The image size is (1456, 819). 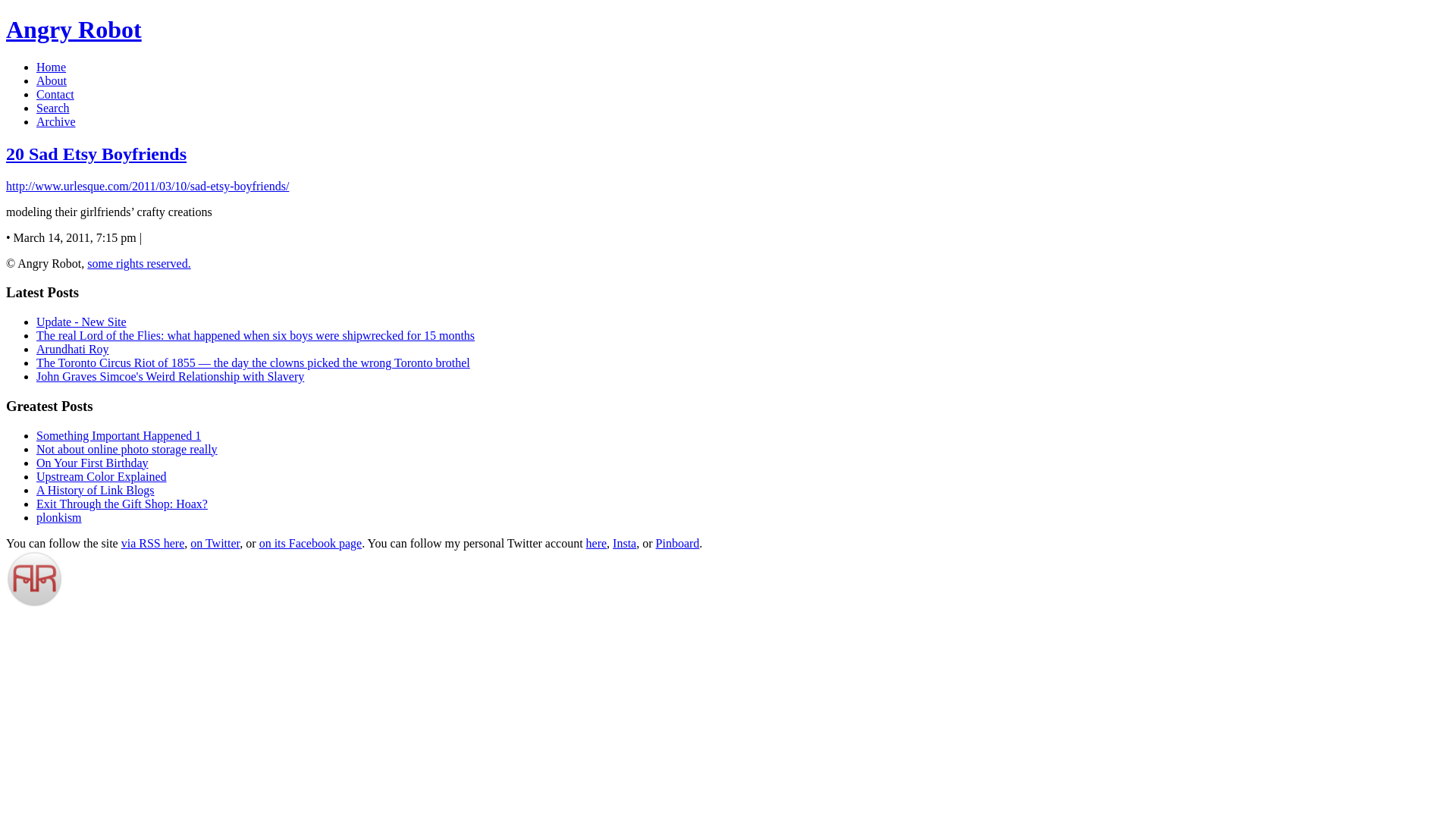 I want to click on 'Not about online photo storage really', so click(x=127, y=448).